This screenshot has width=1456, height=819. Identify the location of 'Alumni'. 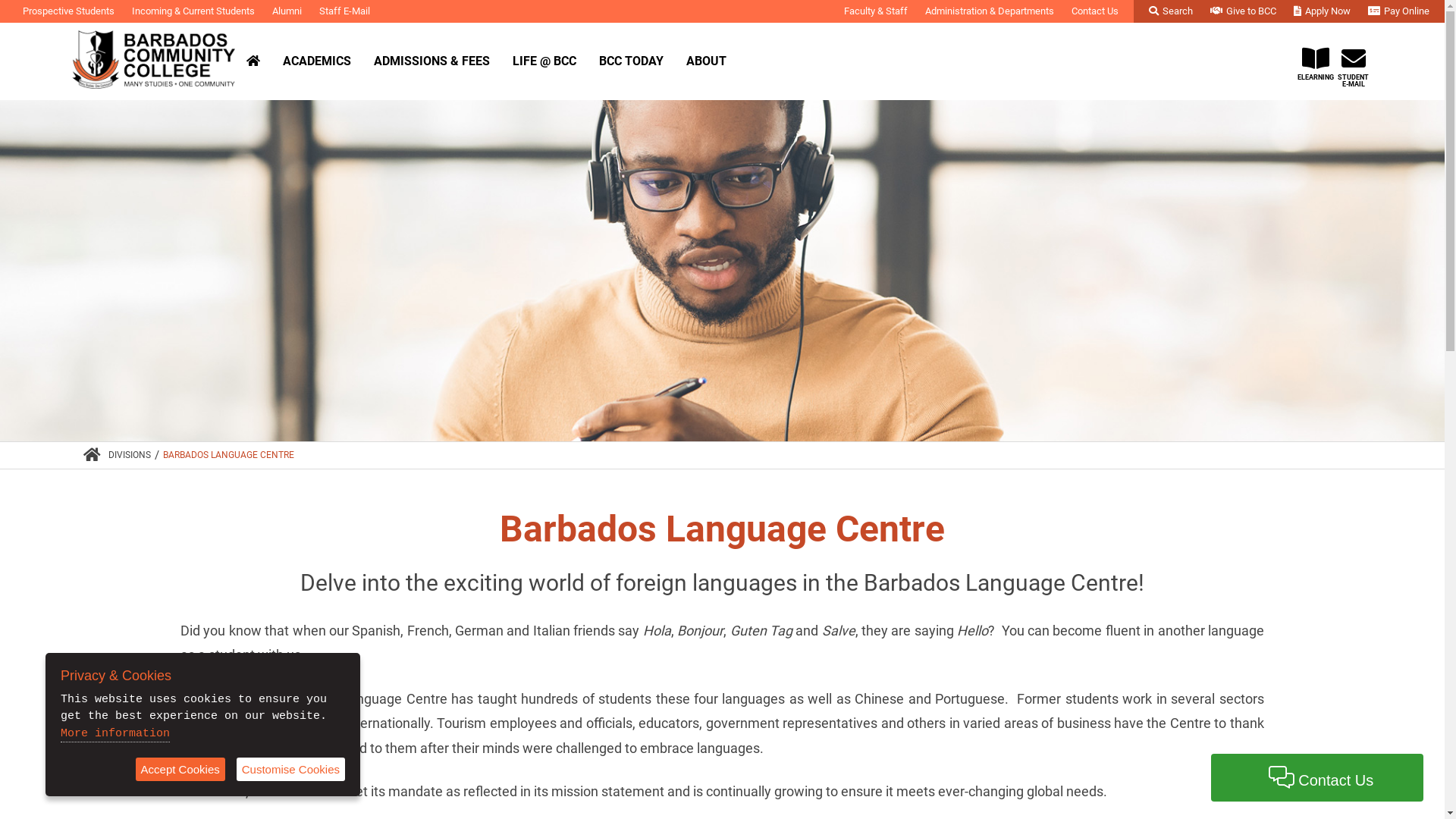
(287, 11).